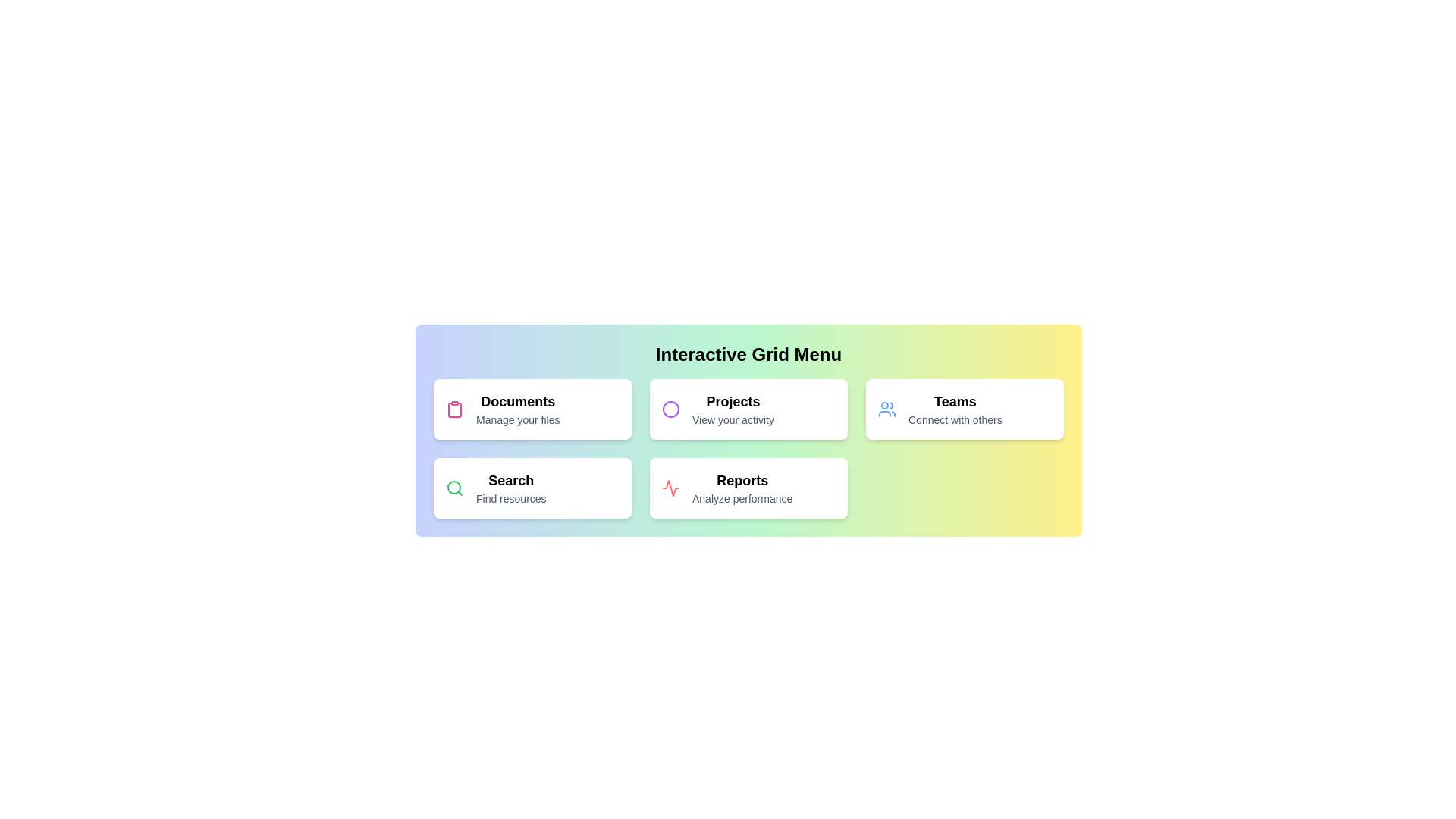 The width and height of the screenshot is (1456, 819). I want to click on the Projects menu item to select it, so click(748, 409).